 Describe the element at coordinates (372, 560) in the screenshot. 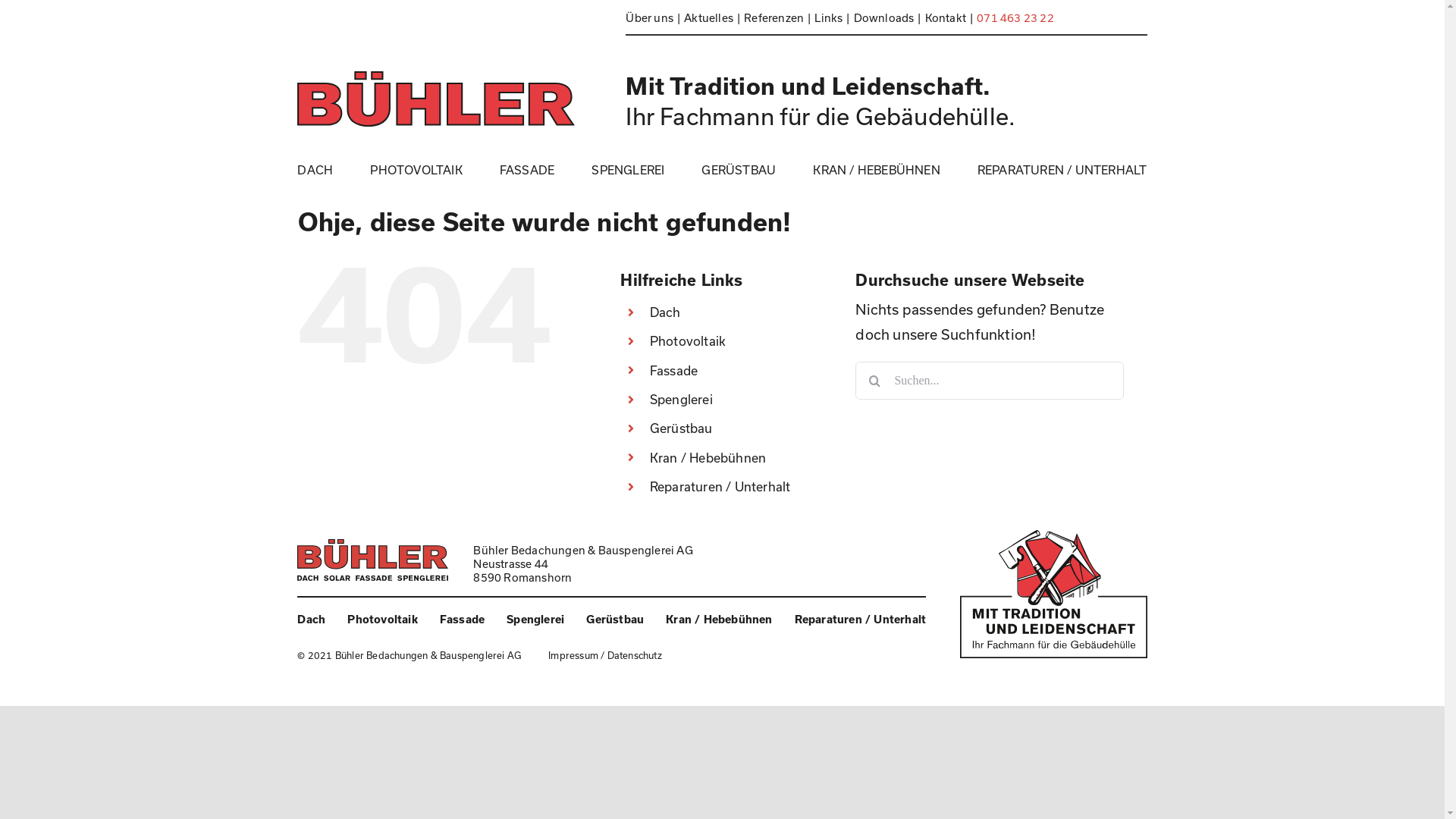

I see `'logo_buehler'` at that location.